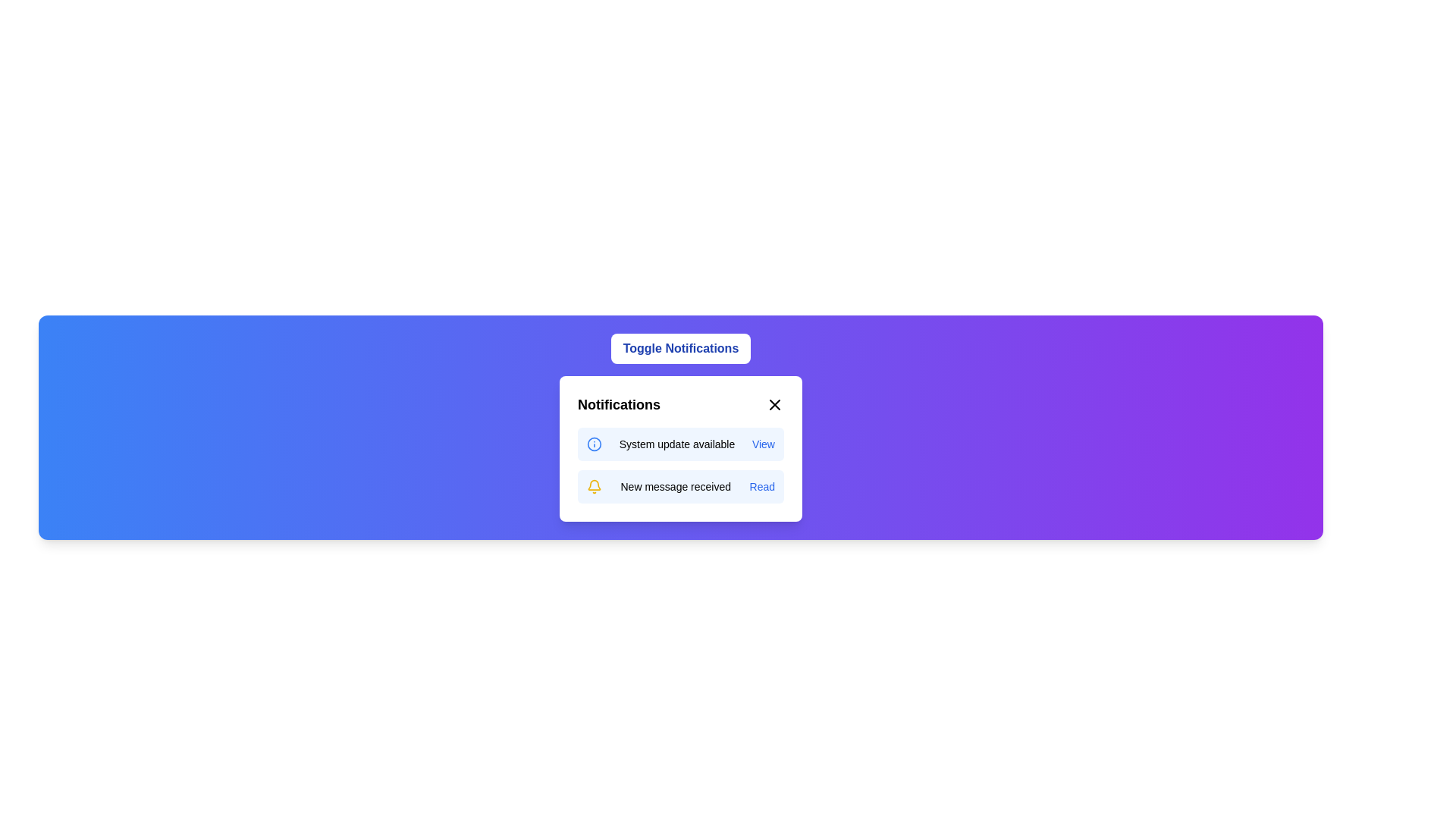 This screenshot has width=1456, height=819. Describe the element at coordinates (679, 444) in the screenshot. I see `the notification item that informs the user about an available system update` at that location.